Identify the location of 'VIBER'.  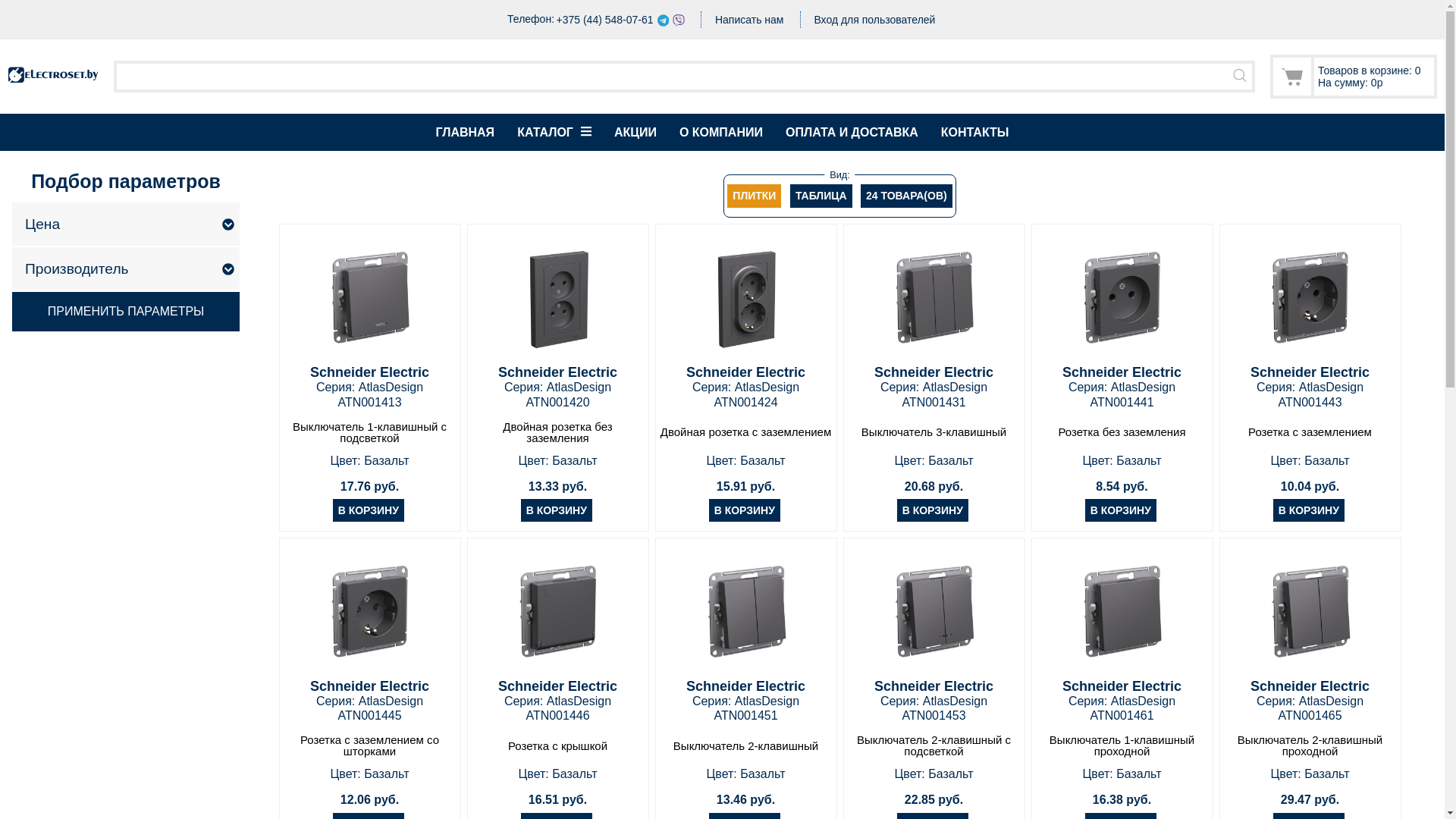
(677, 20).